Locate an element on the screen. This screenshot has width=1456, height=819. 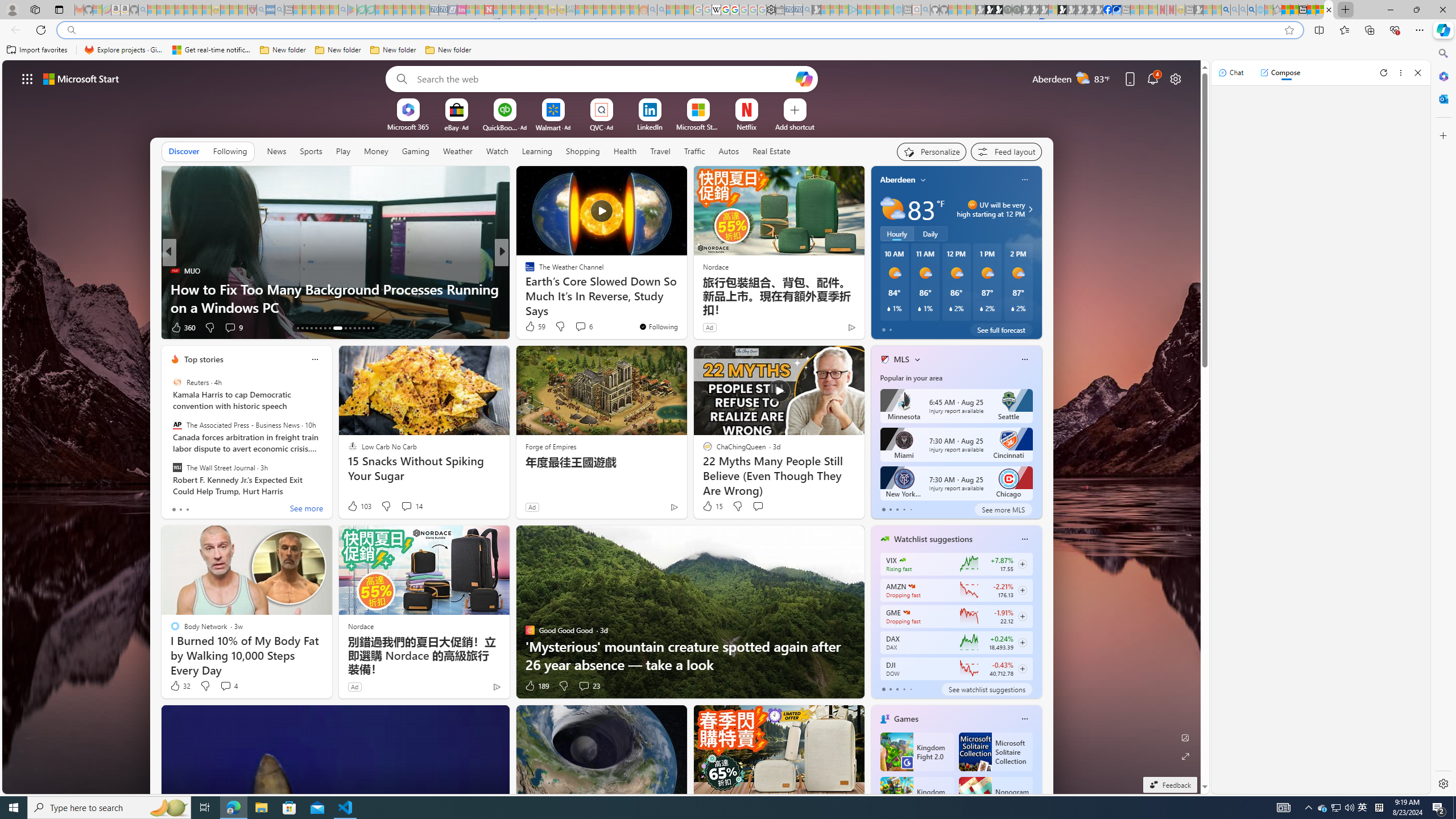
'UV will be very high starting at 12 PM' is located at coordinates (1028, 209).